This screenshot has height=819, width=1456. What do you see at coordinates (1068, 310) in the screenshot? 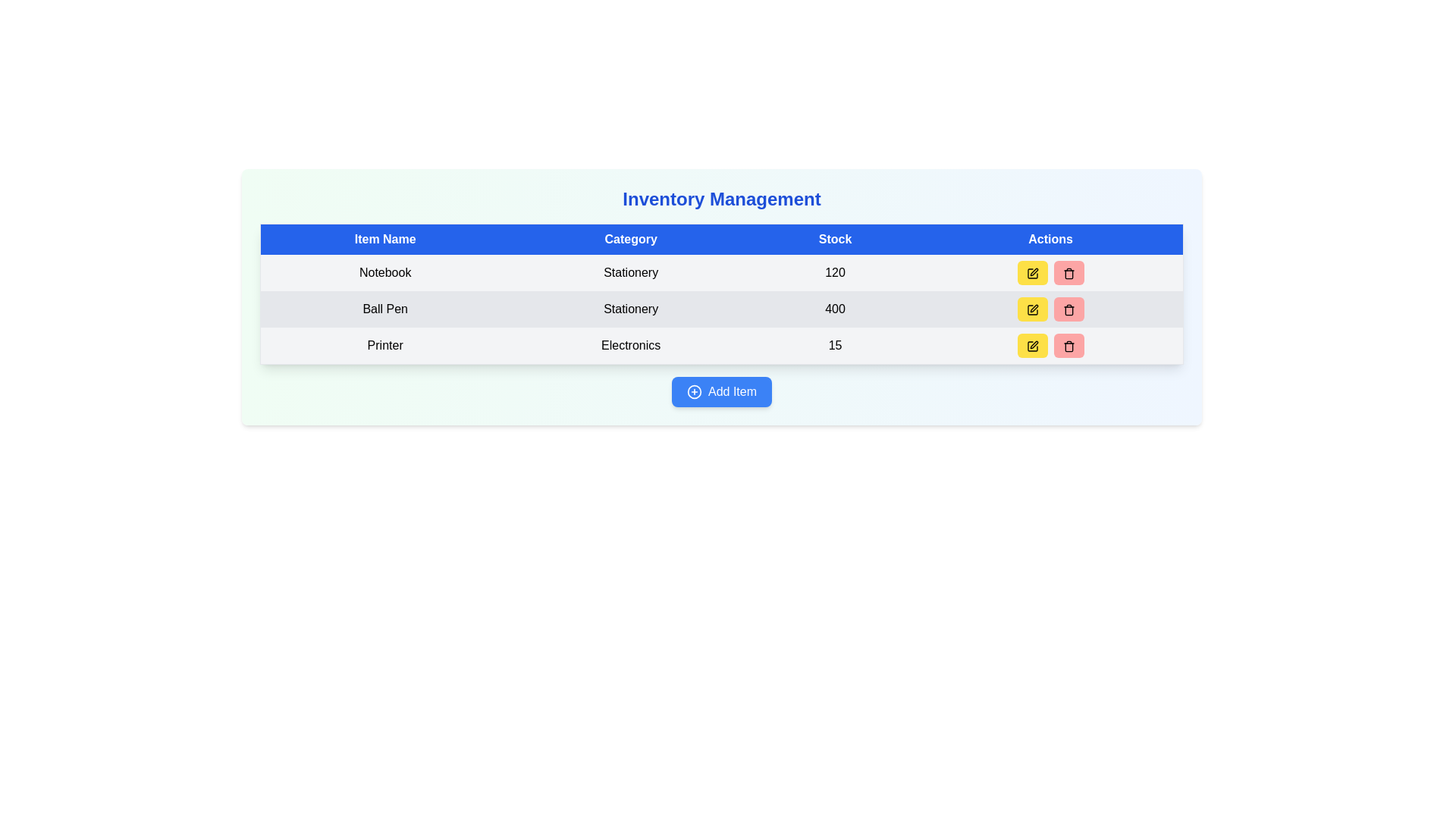
I see `the trash can icon located in the actions column of the third row of the data table` at bounding box center [1068, 310].